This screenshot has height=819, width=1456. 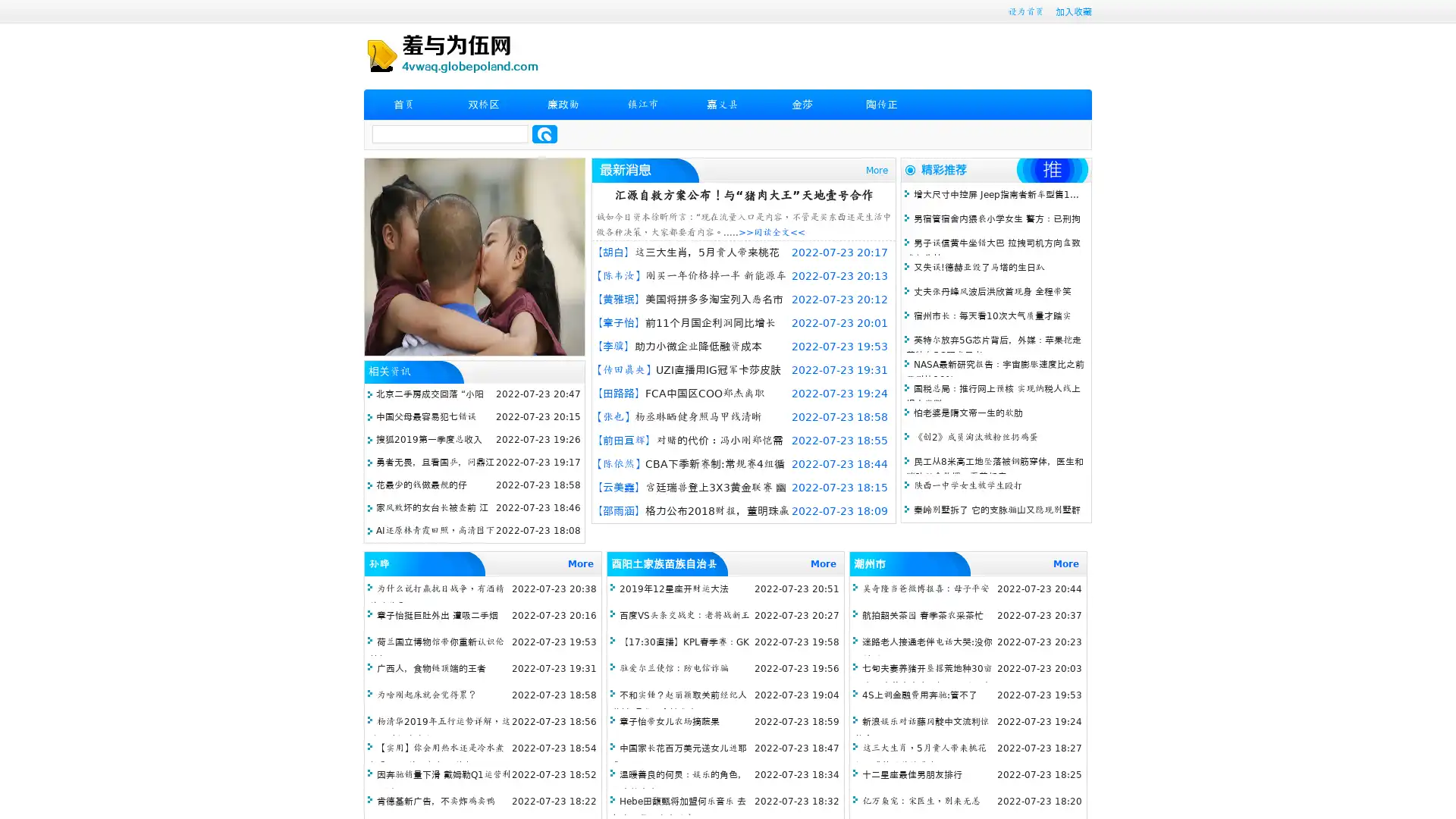 What do you see at coordinates (544, 133) in the screenshot?
I see `Search` at bounding box center [544, 133].